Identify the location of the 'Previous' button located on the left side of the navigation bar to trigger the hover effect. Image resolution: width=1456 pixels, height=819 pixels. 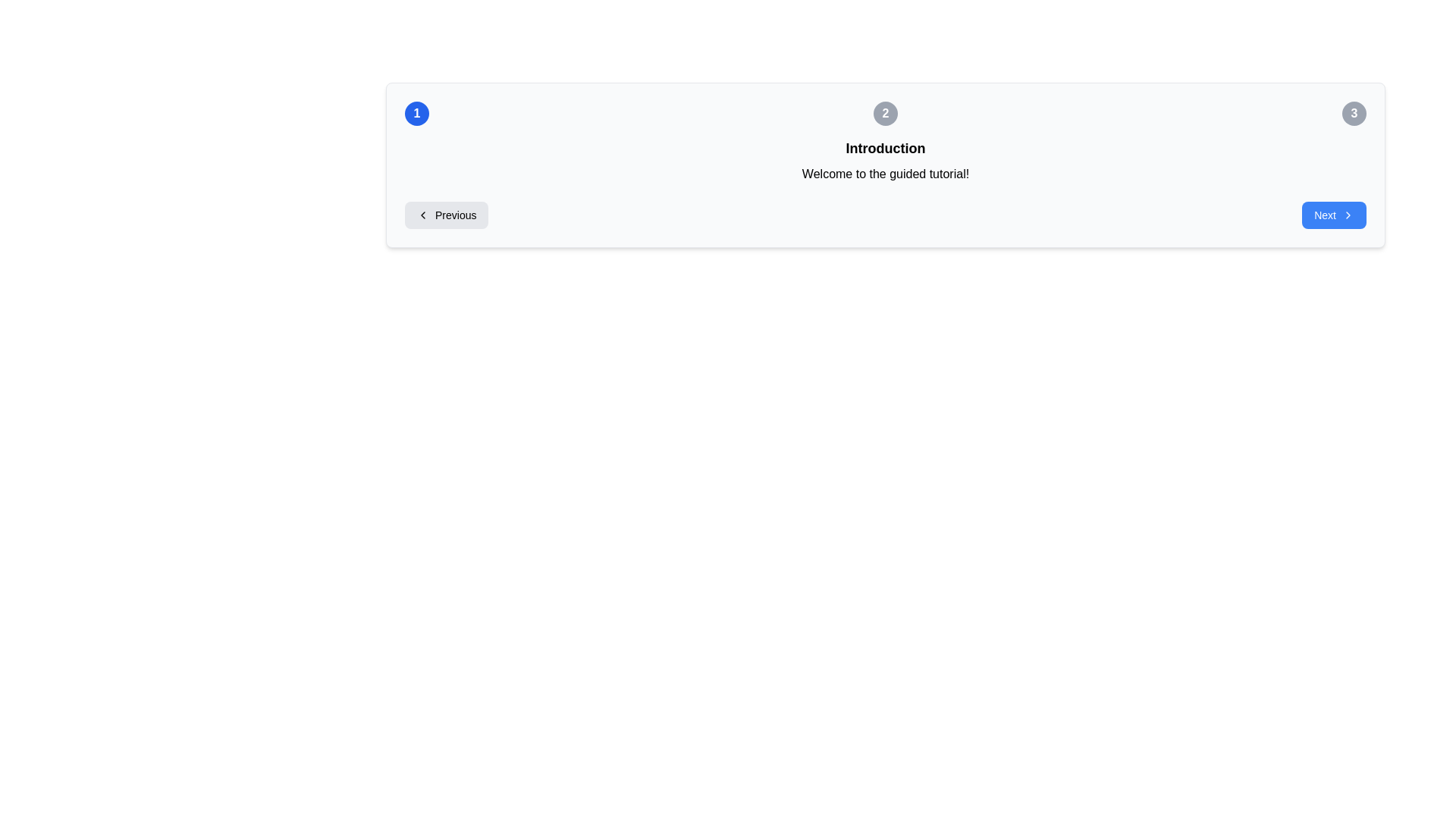
(446, 215).